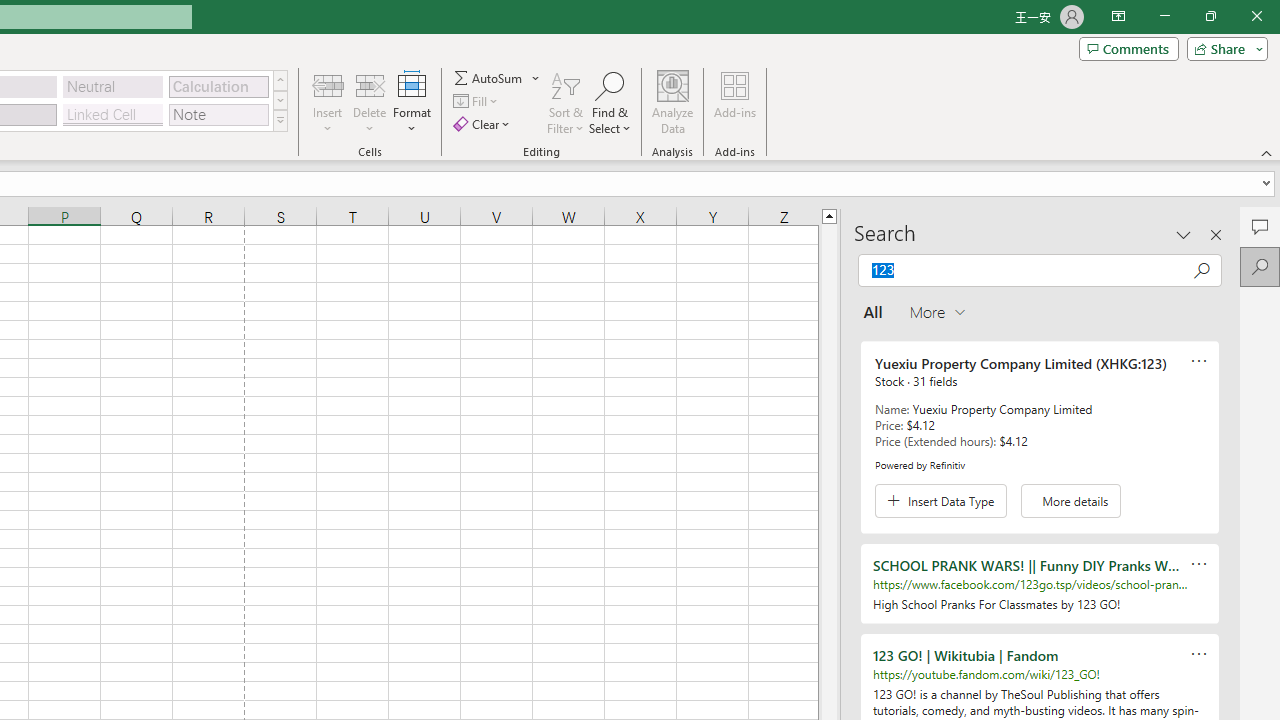 The height and width of the screenshot is (720, 1280). What do you see at coordinates (497, 77) in the screenshot?
I see `'AutoSum'` at bounding box center [497, 77].